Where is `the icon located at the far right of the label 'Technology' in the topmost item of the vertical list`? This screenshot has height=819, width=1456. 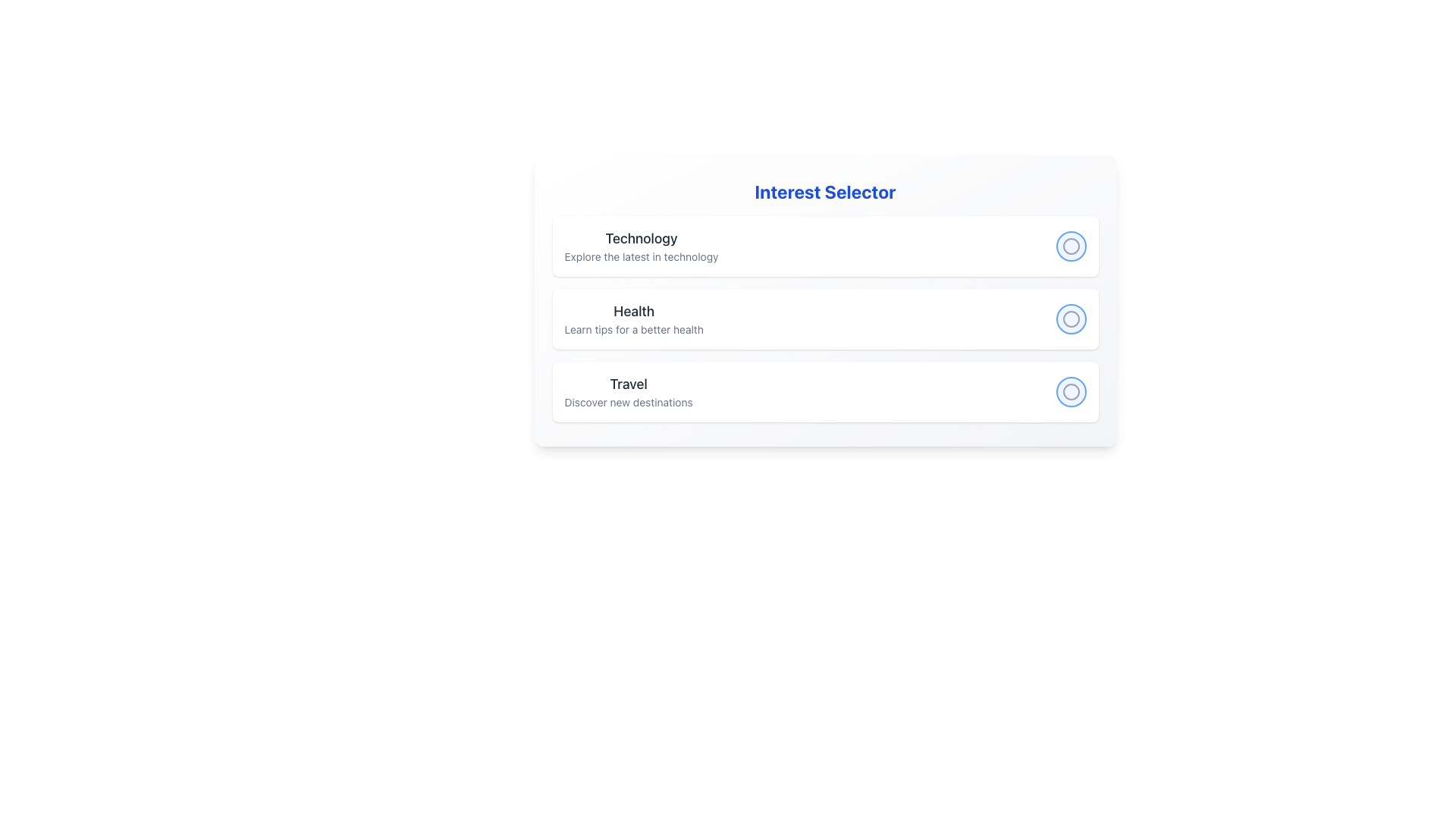
the icon located at the far right of the label 'Technology' in the topmost item of the vertical list is located at coordinates (1070, 245).